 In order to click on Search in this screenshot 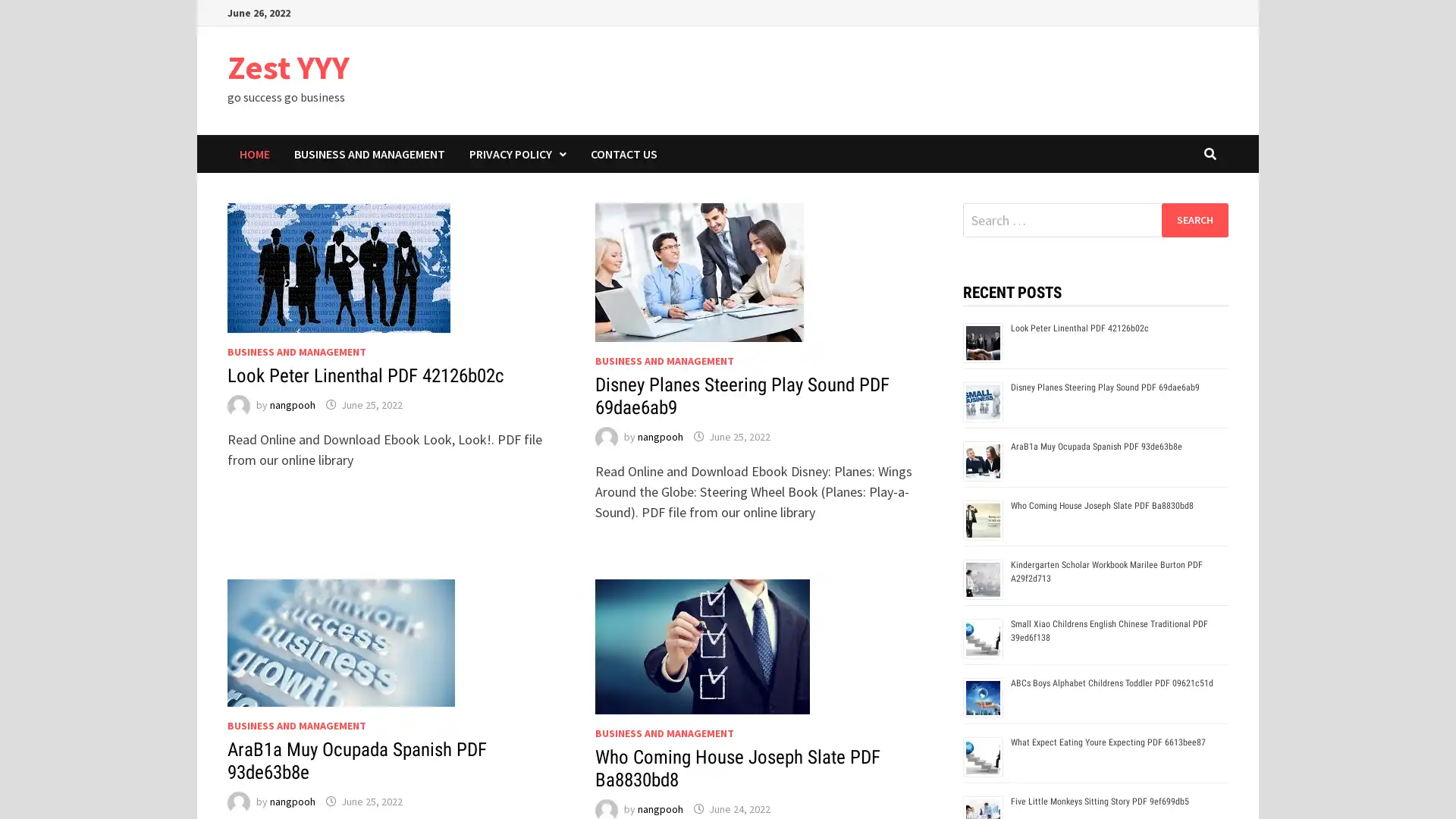, I will do `click(1194, 219)`.